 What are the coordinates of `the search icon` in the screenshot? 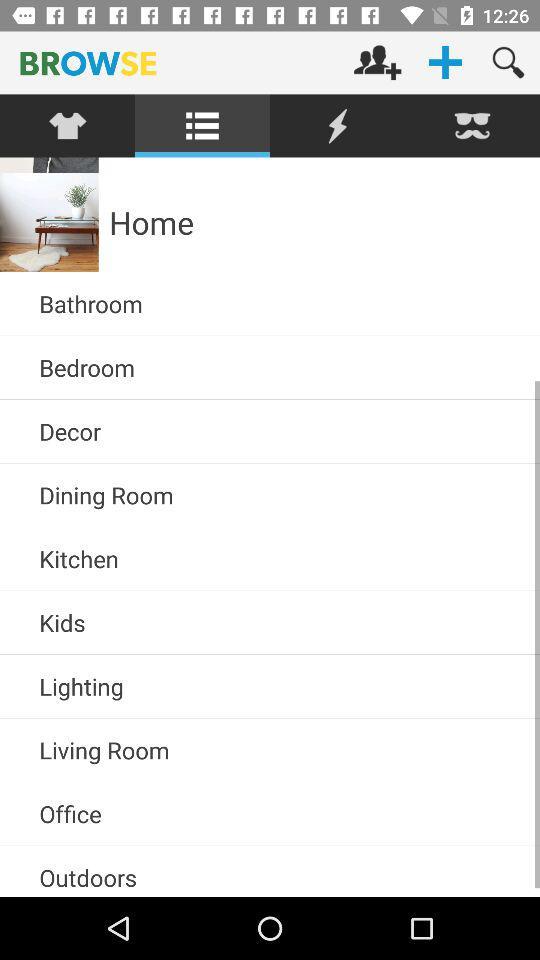 It's located at (508, 62).